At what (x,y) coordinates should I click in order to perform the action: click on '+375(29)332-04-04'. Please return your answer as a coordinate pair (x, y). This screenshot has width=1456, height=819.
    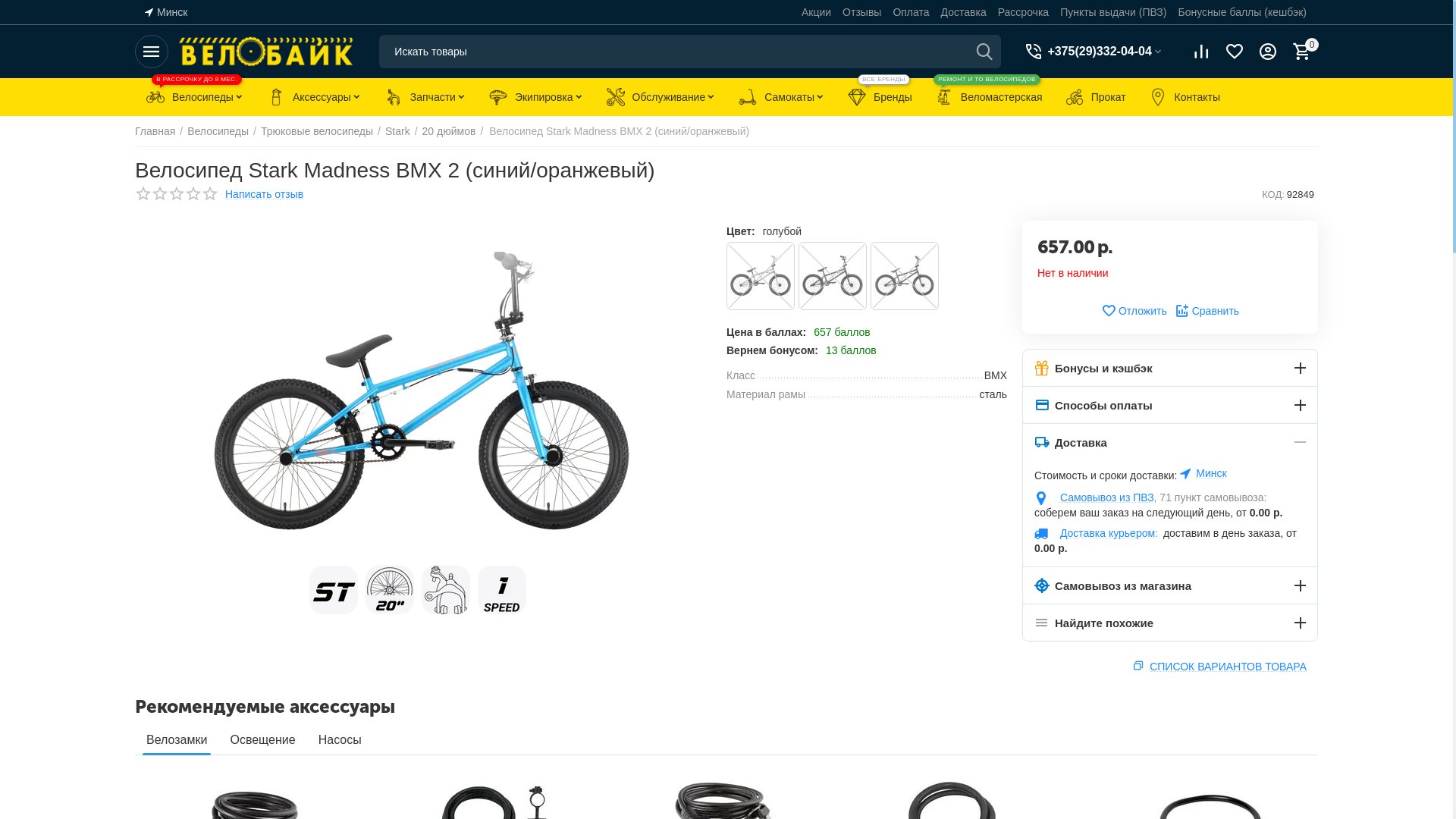
    Looking at the image, I should click on (1098, 51).